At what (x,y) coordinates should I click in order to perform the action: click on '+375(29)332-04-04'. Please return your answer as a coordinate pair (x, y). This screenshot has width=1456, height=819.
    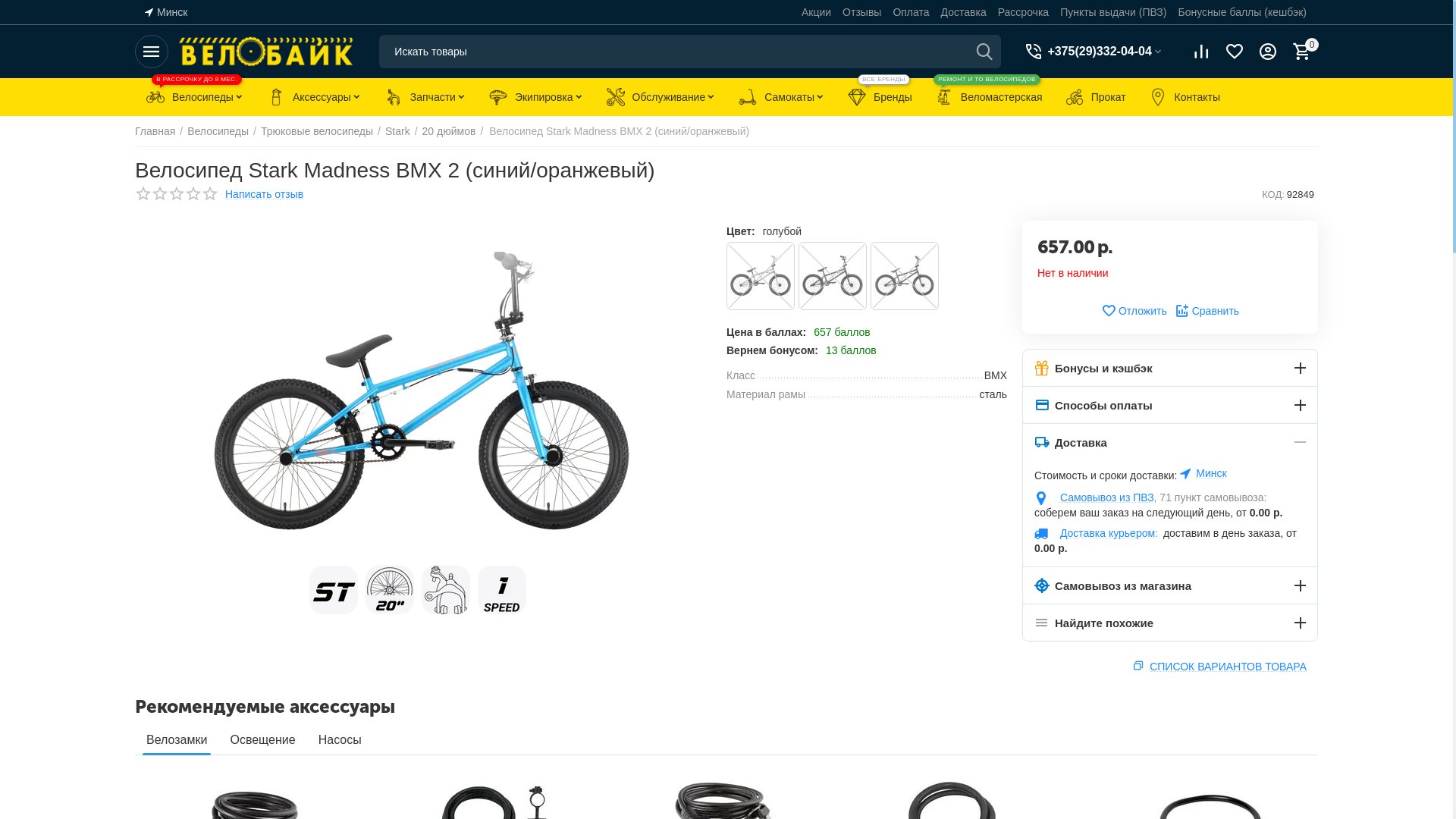
    Looking at the image, I should click on (1098, 51).